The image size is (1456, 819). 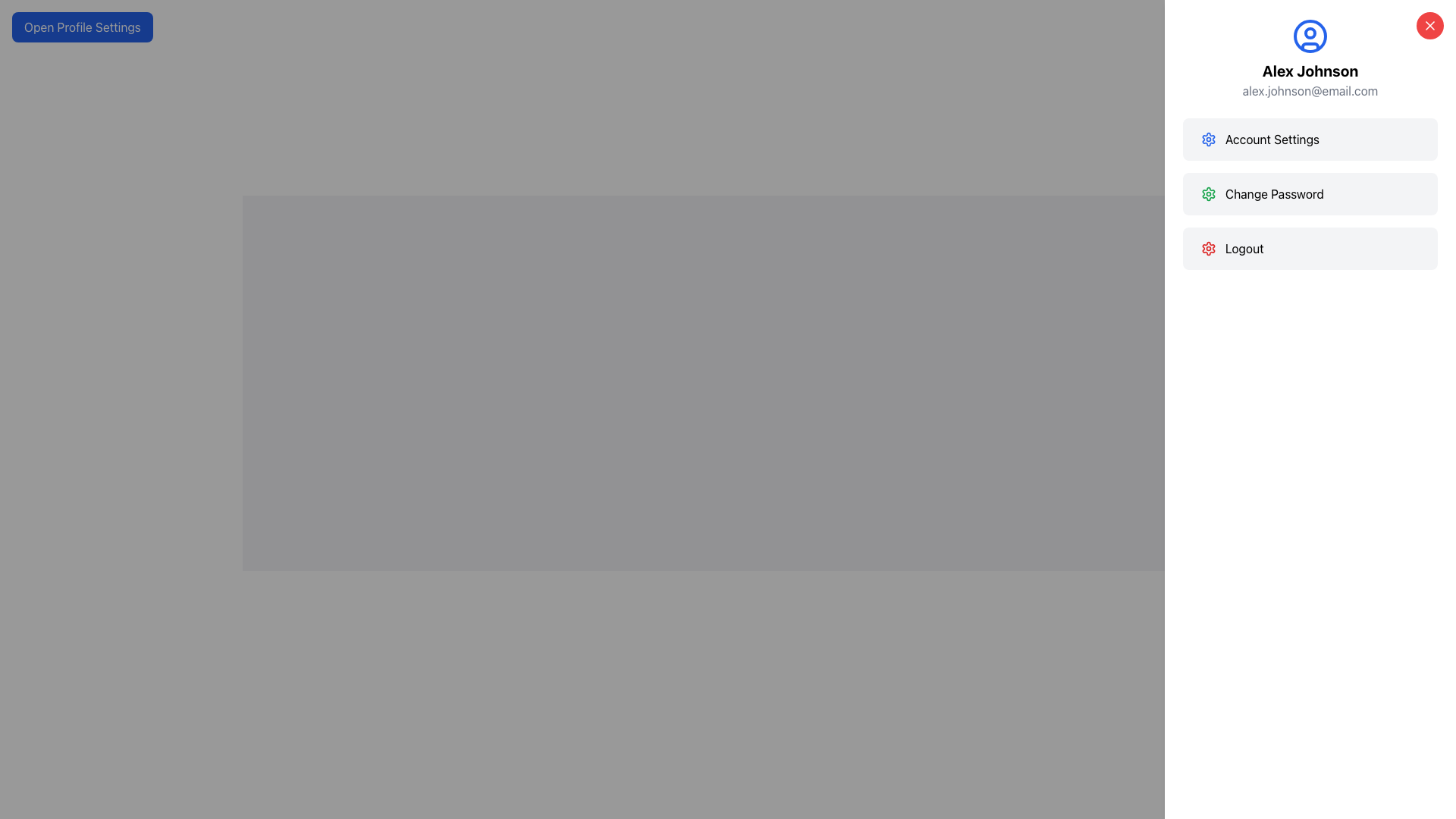 I want to click on the outermost blue circle icon in the user profile section, located at the top-right corner next to the name and email address, so click(x=1310, y=35).